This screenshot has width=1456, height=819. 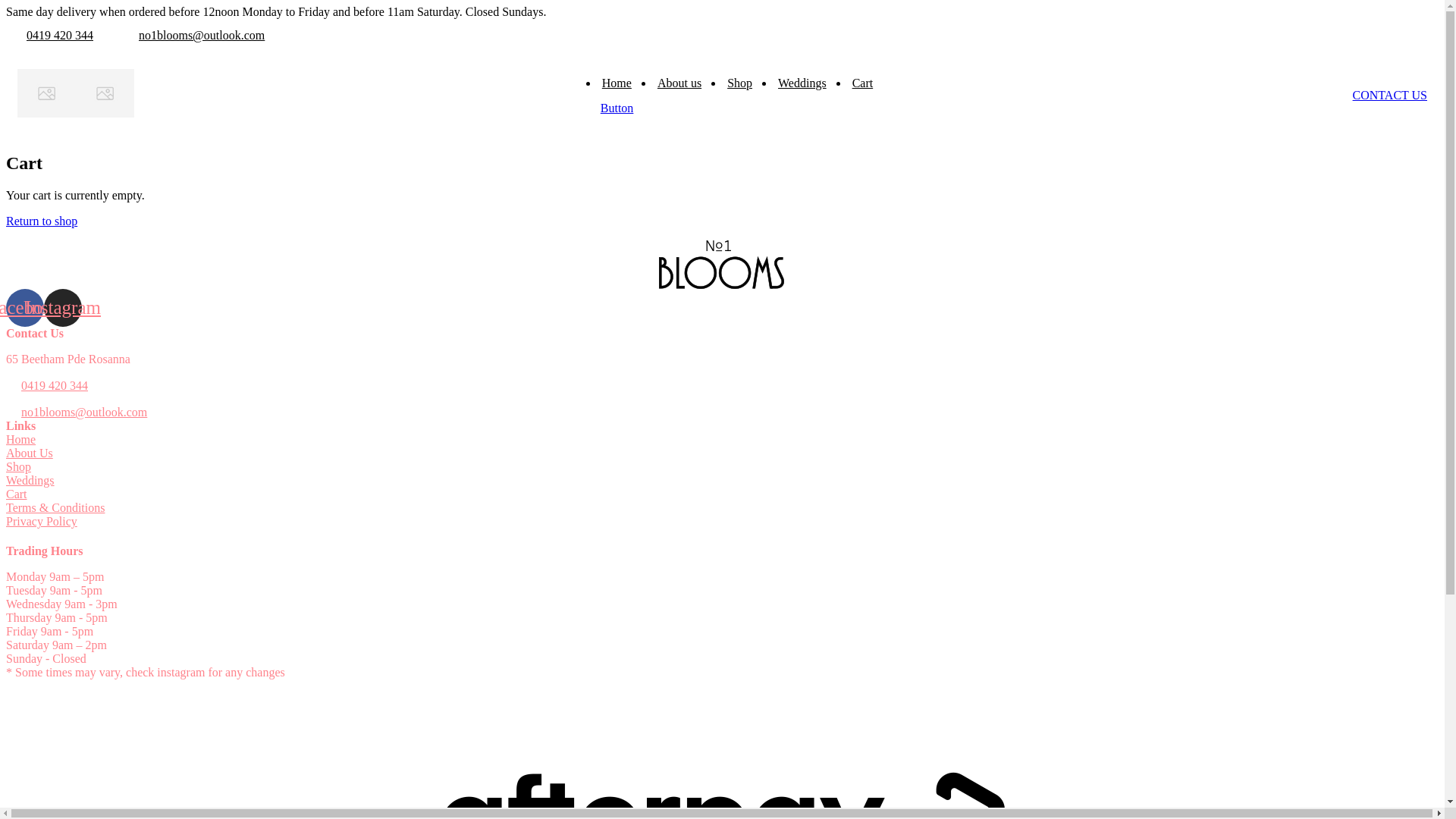 What do you see at coordinates (43, 307) in the screenshot?
I see `'Instagram'` at bounding box center [43, 307].